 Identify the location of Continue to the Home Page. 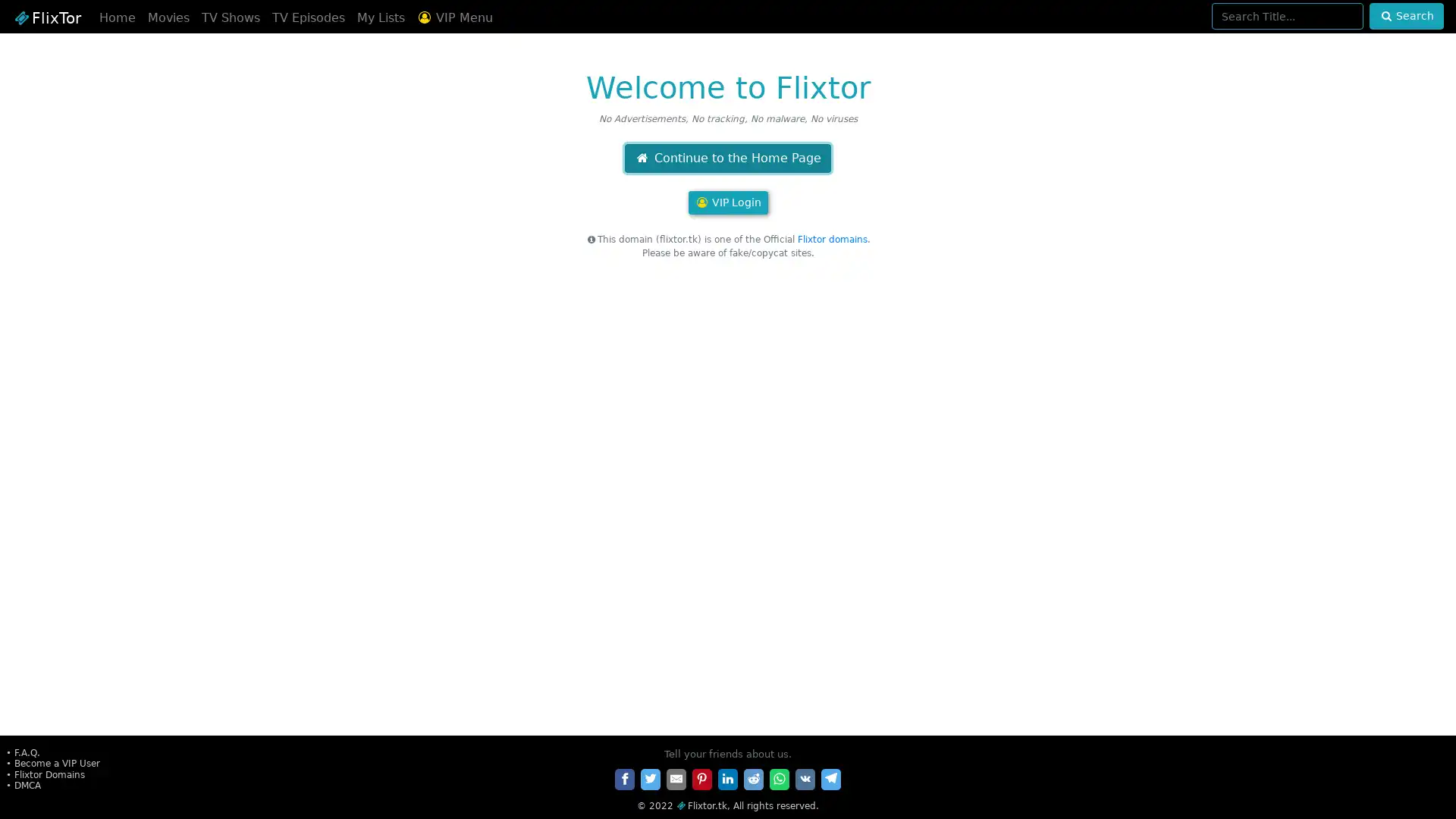
(726, 158).